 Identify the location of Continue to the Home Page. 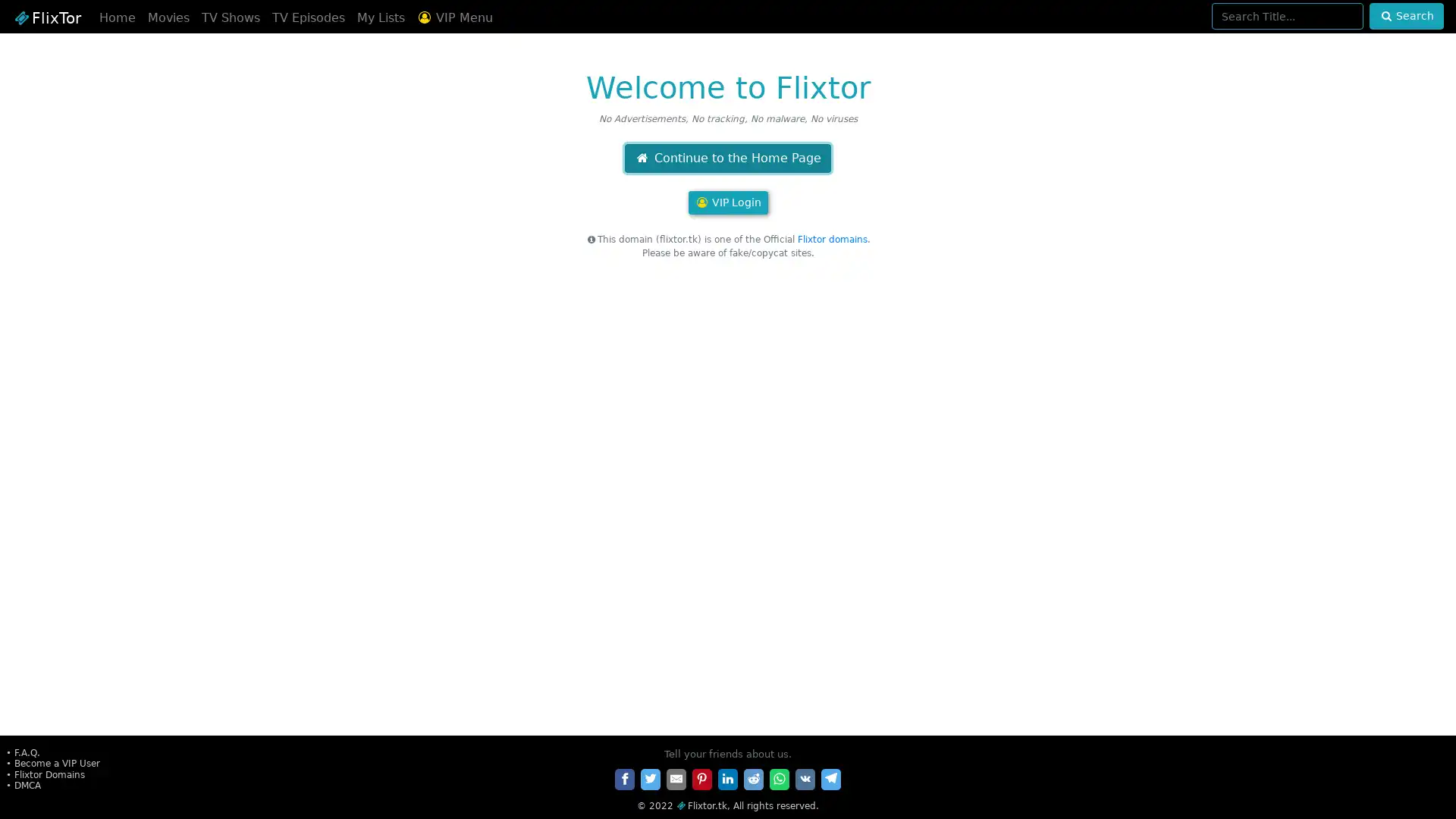
(726, 158).